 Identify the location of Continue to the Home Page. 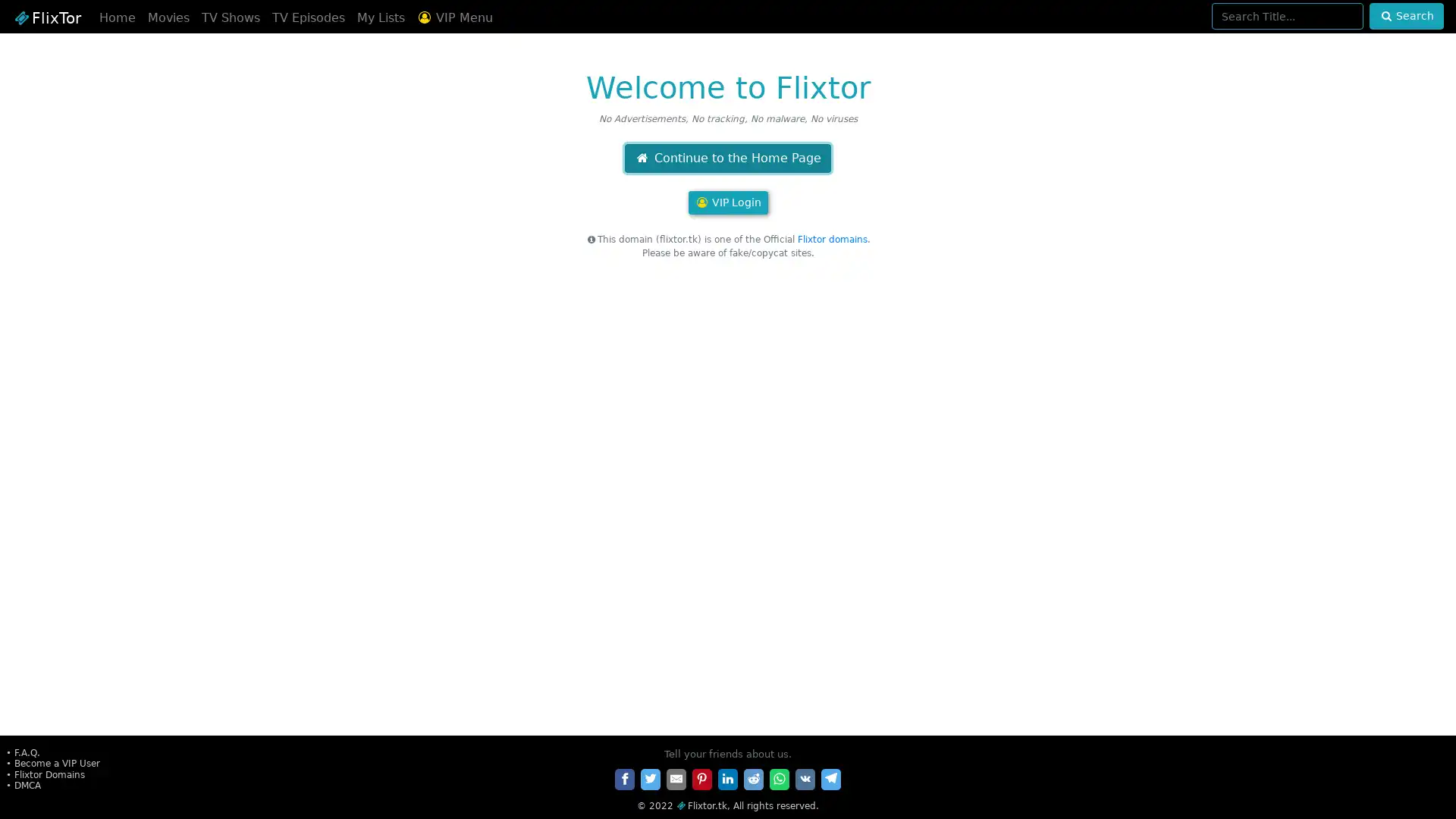
(726, 158).